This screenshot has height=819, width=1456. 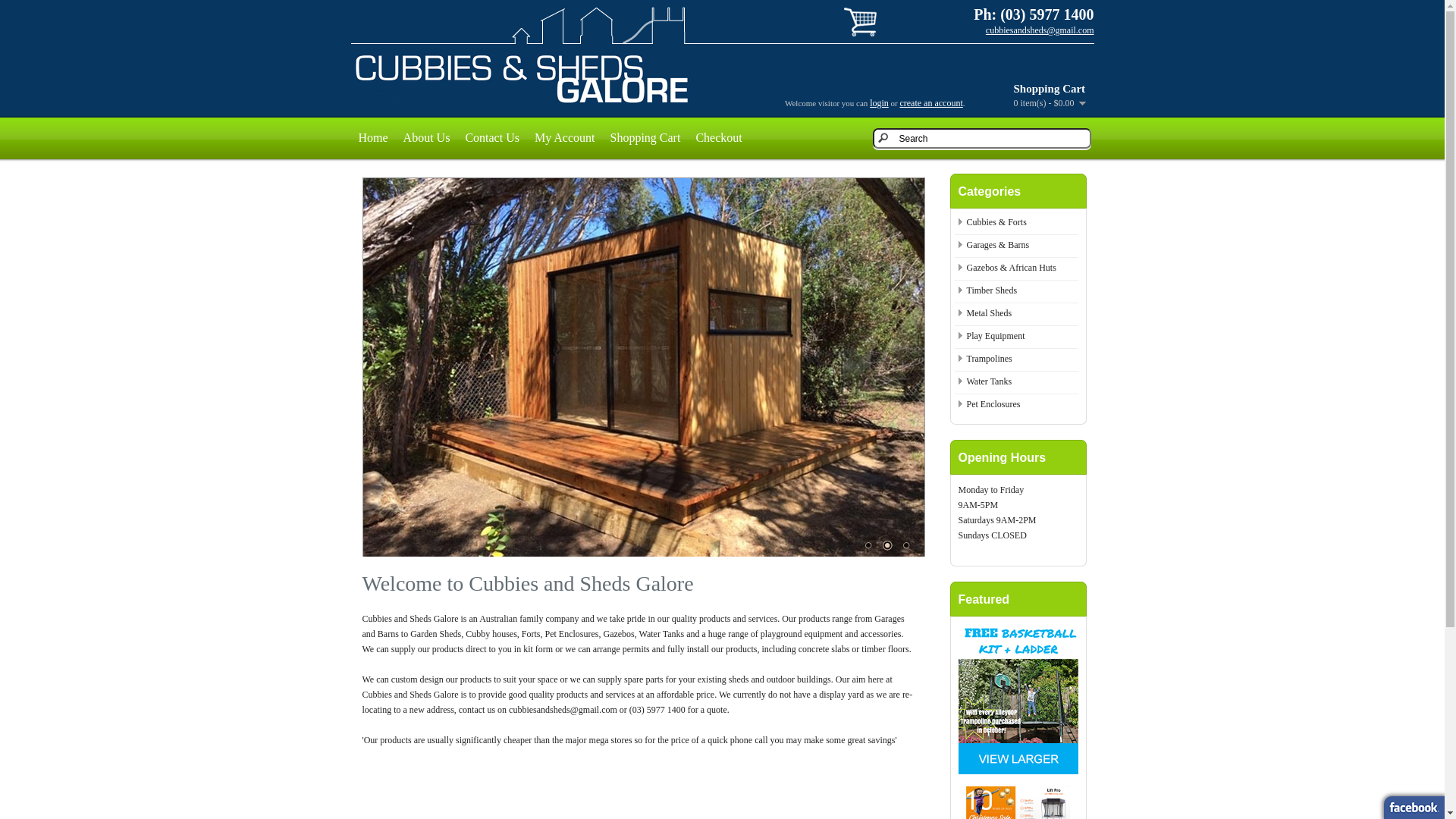 I want to click on 'Trampolines', so click(x=989, y=359).